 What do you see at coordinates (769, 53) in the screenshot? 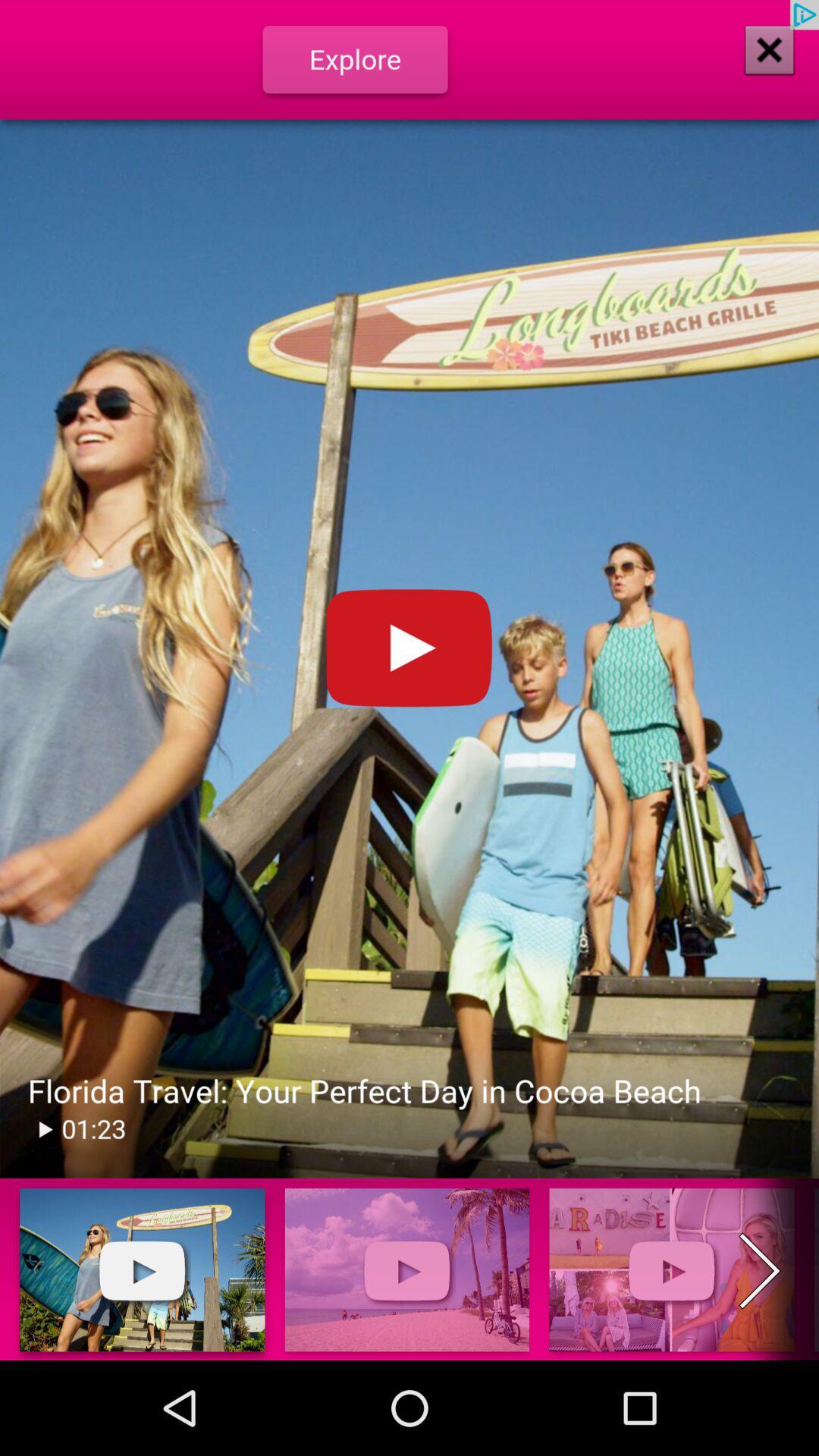
I see `the close icon` at bounding box center [769, 53].